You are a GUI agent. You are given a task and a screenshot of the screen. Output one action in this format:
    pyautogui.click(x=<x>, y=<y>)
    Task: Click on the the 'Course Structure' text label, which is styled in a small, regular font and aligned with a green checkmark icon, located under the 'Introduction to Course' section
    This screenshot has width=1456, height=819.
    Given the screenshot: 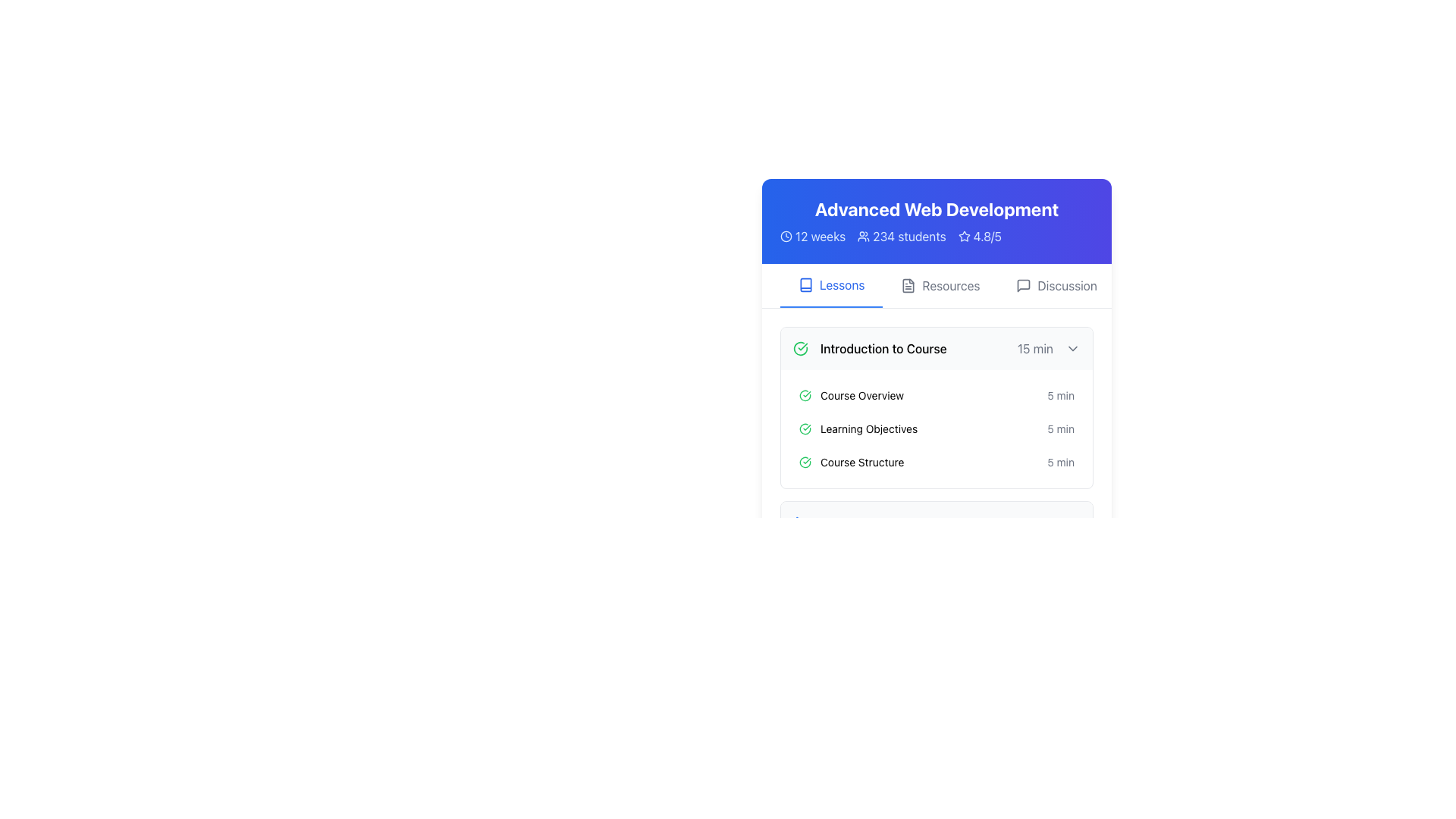 What is the action you would take?
    pyautogui.click(x=862, y=461)
    